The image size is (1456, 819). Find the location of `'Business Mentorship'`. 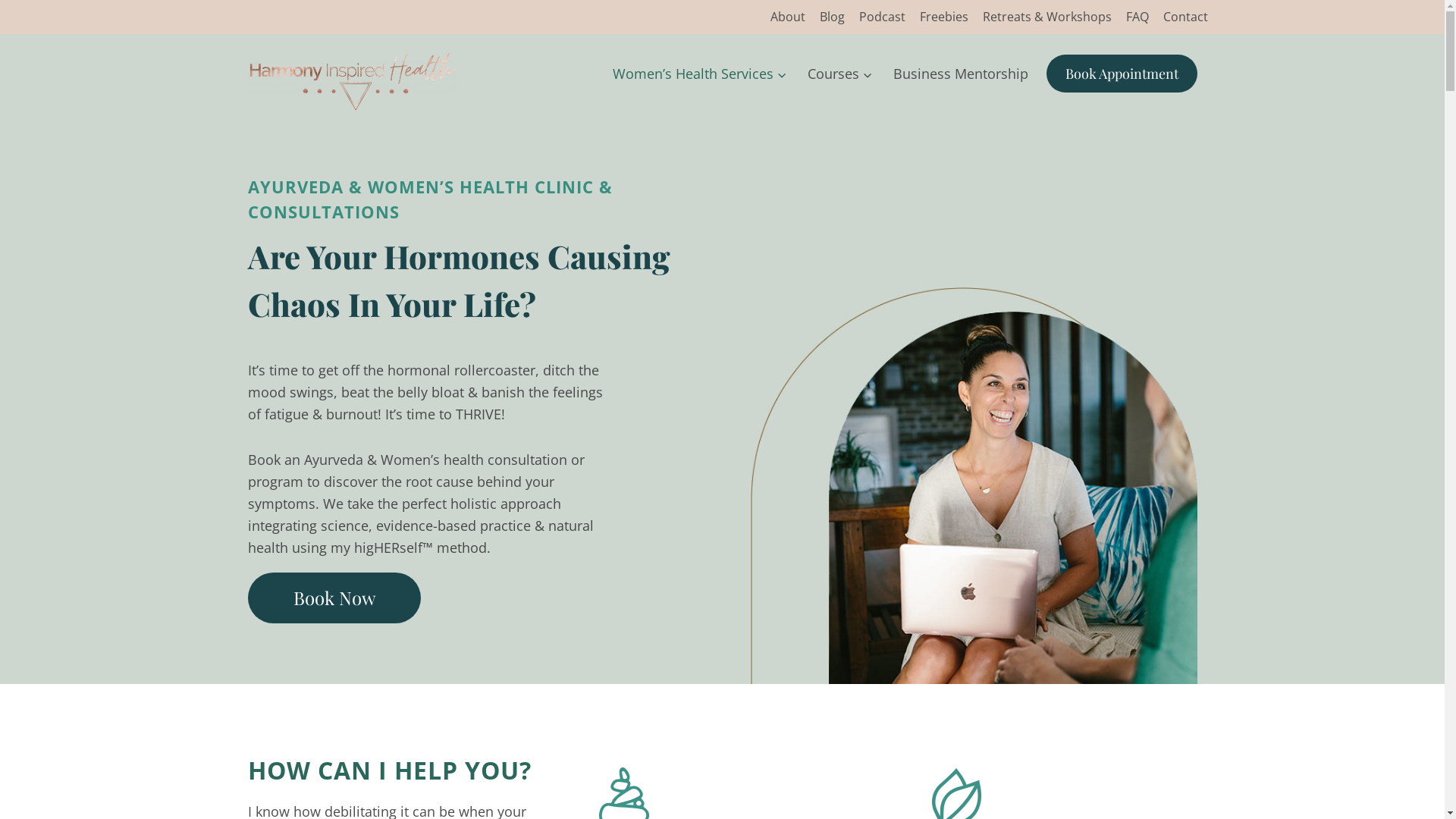

'Business Mentorship' is located at coordinates (959, 73).